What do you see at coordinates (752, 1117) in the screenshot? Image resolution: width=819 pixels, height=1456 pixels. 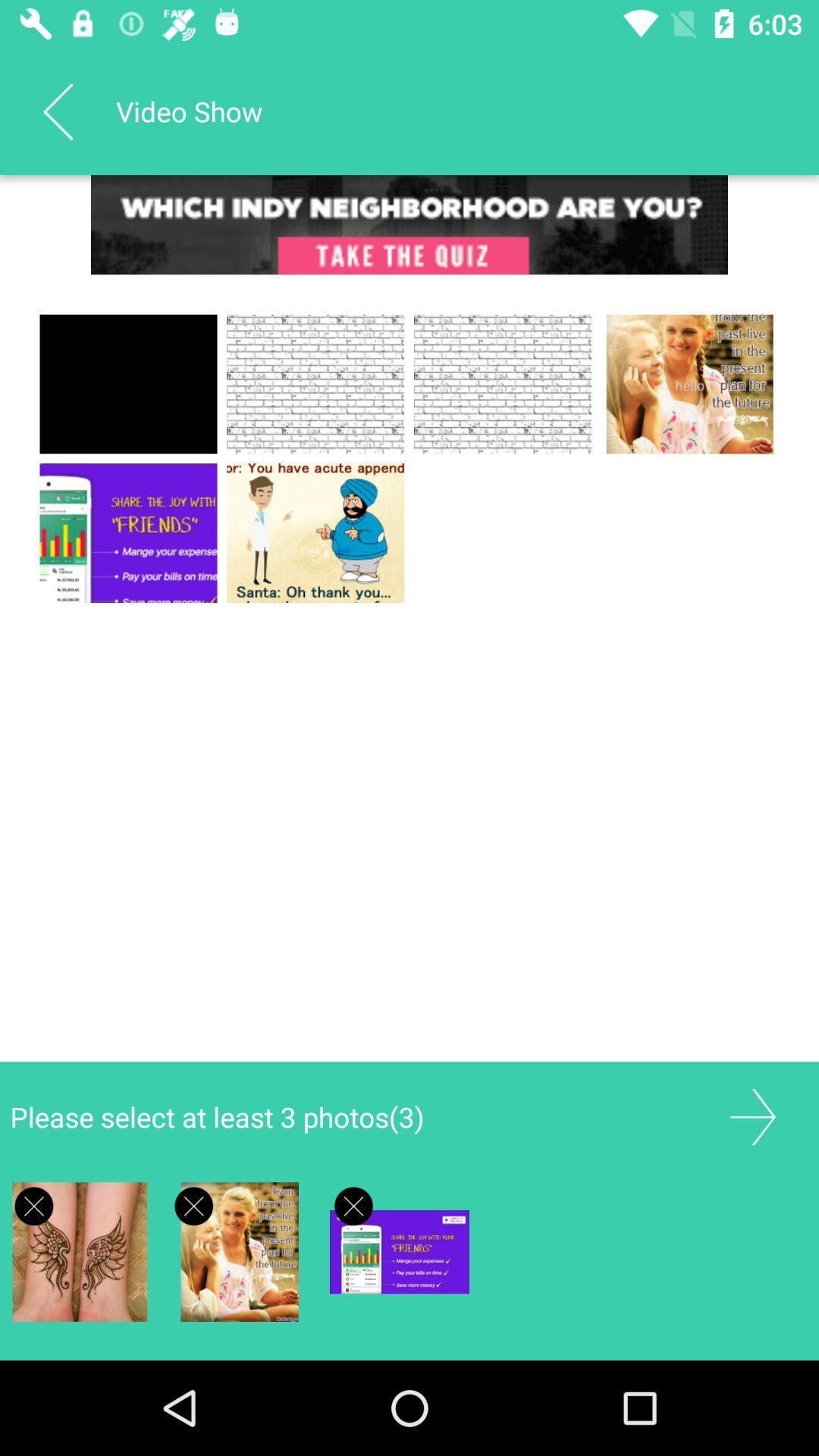 I see `go forward` at bounding box center [752, 1117].